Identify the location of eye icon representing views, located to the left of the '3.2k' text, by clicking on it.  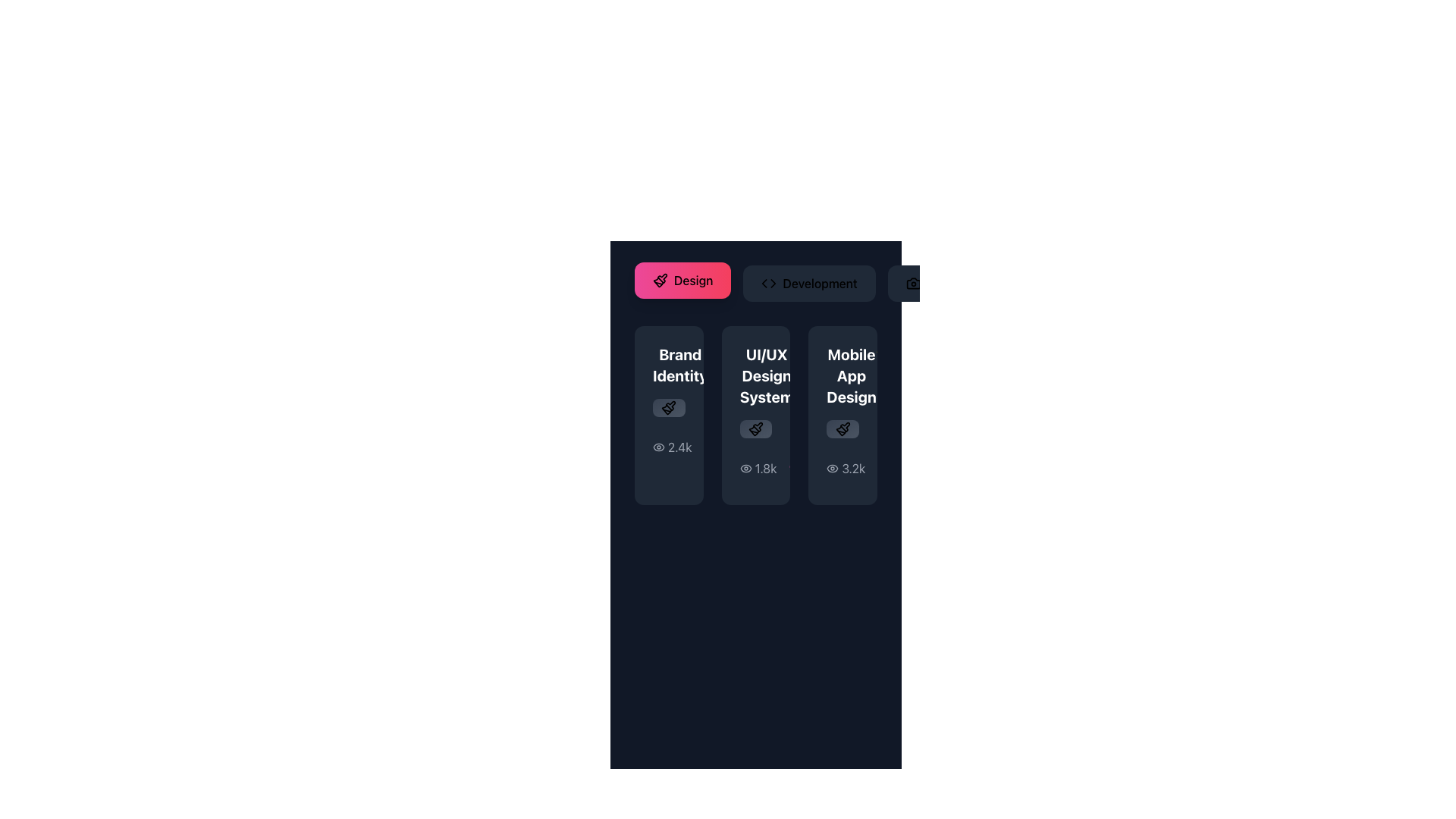
(832, 467).